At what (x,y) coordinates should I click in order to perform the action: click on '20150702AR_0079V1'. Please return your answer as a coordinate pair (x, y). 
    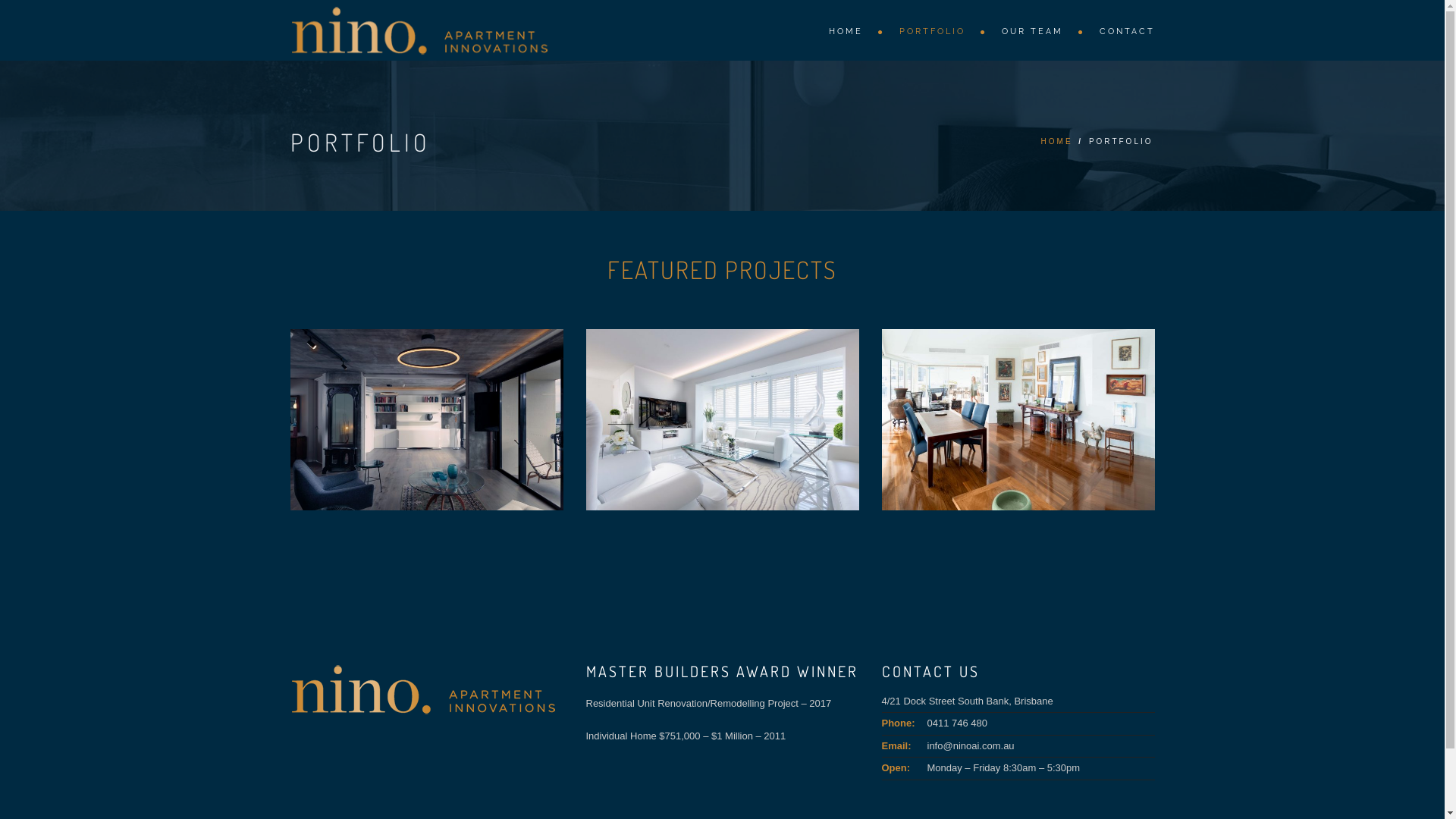
    Looking at the image, I should click on (1018, 420).